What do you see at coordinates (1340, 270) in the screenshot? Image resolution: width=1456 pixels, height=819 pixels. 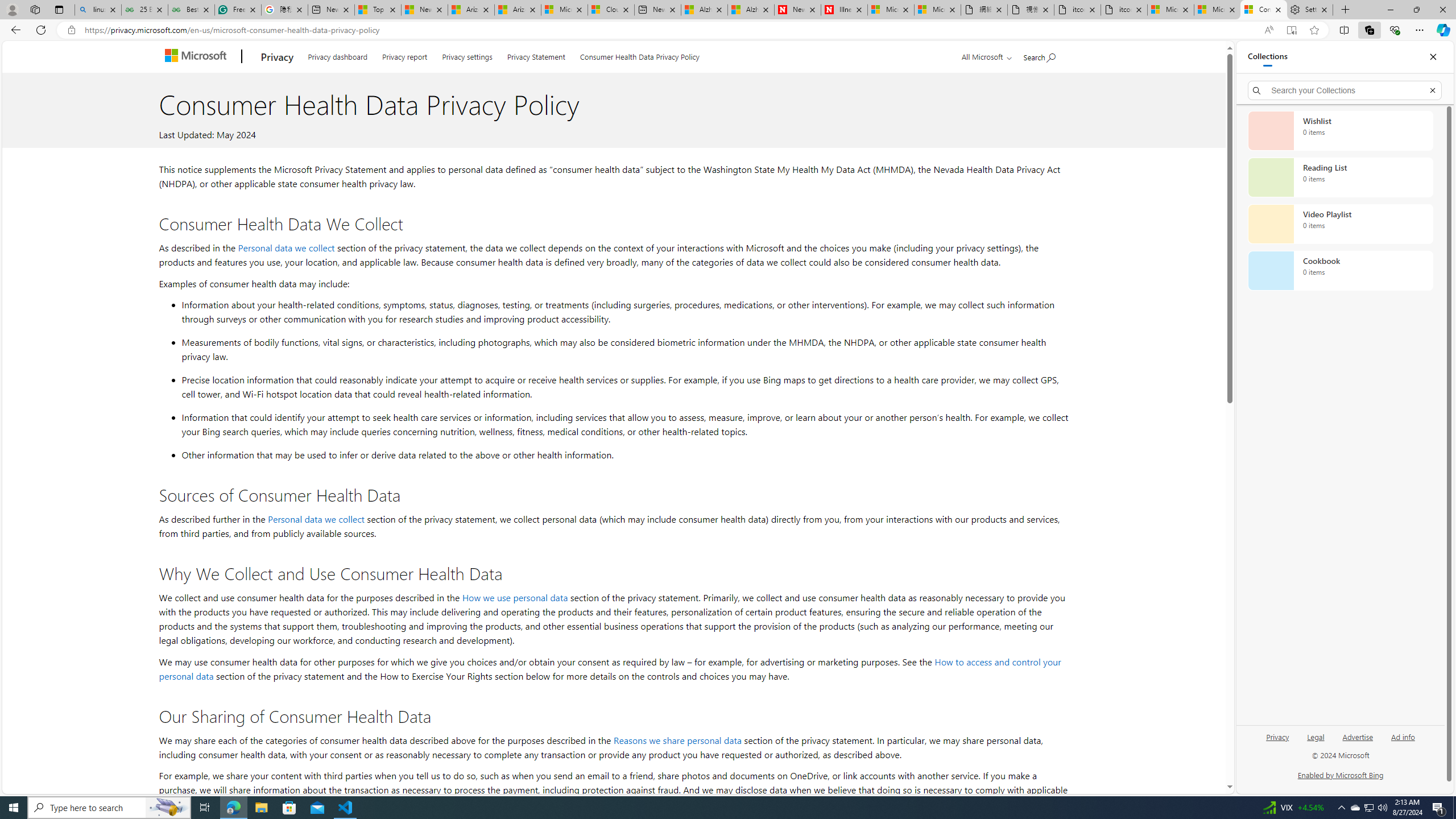 I see `'Cookbook collection, 0 items'` at bounding box center [1340, 270].